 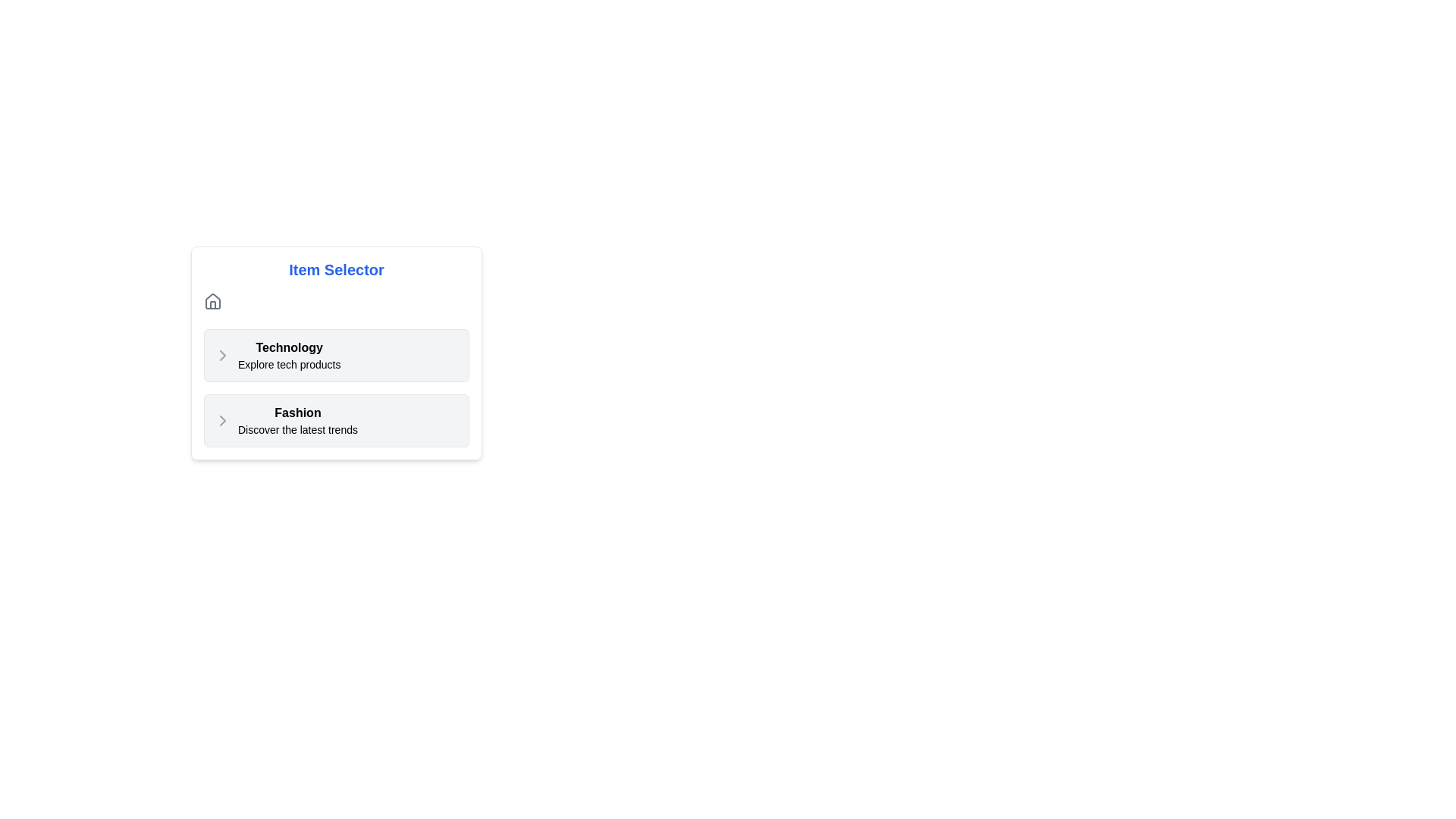 I want to click on the Text Label with Subtext that directs to the latest trends in fashion, located centrally in the second row beneath the 'Technology' item, so click(x=298, y=421).